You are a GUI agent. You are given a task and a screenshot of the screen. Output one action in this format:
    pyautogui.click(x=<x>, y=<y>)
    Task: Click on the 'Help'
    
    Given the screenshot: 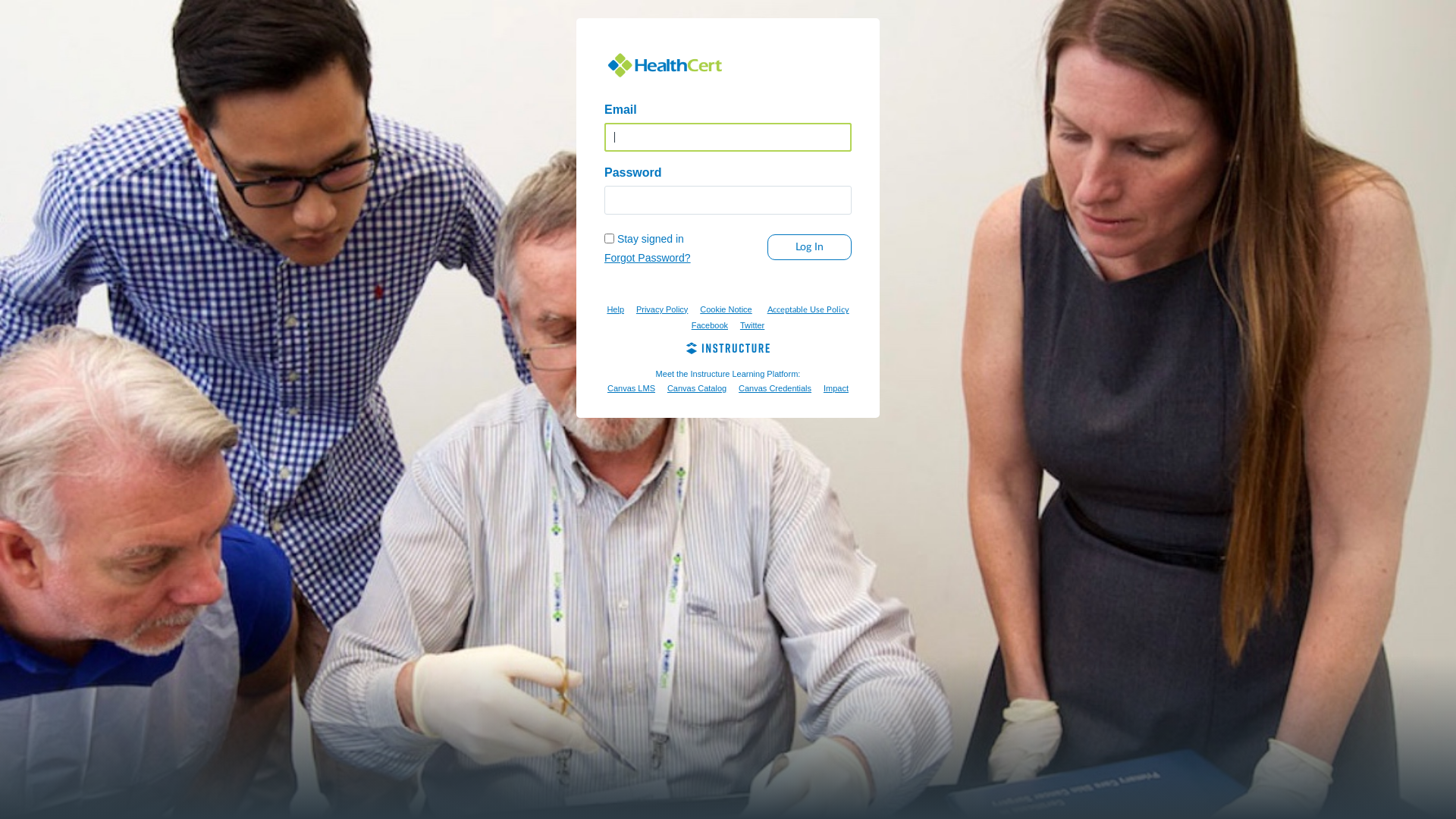 What is the action you would take?
    pyautogui.click(x=615, y=309)
    